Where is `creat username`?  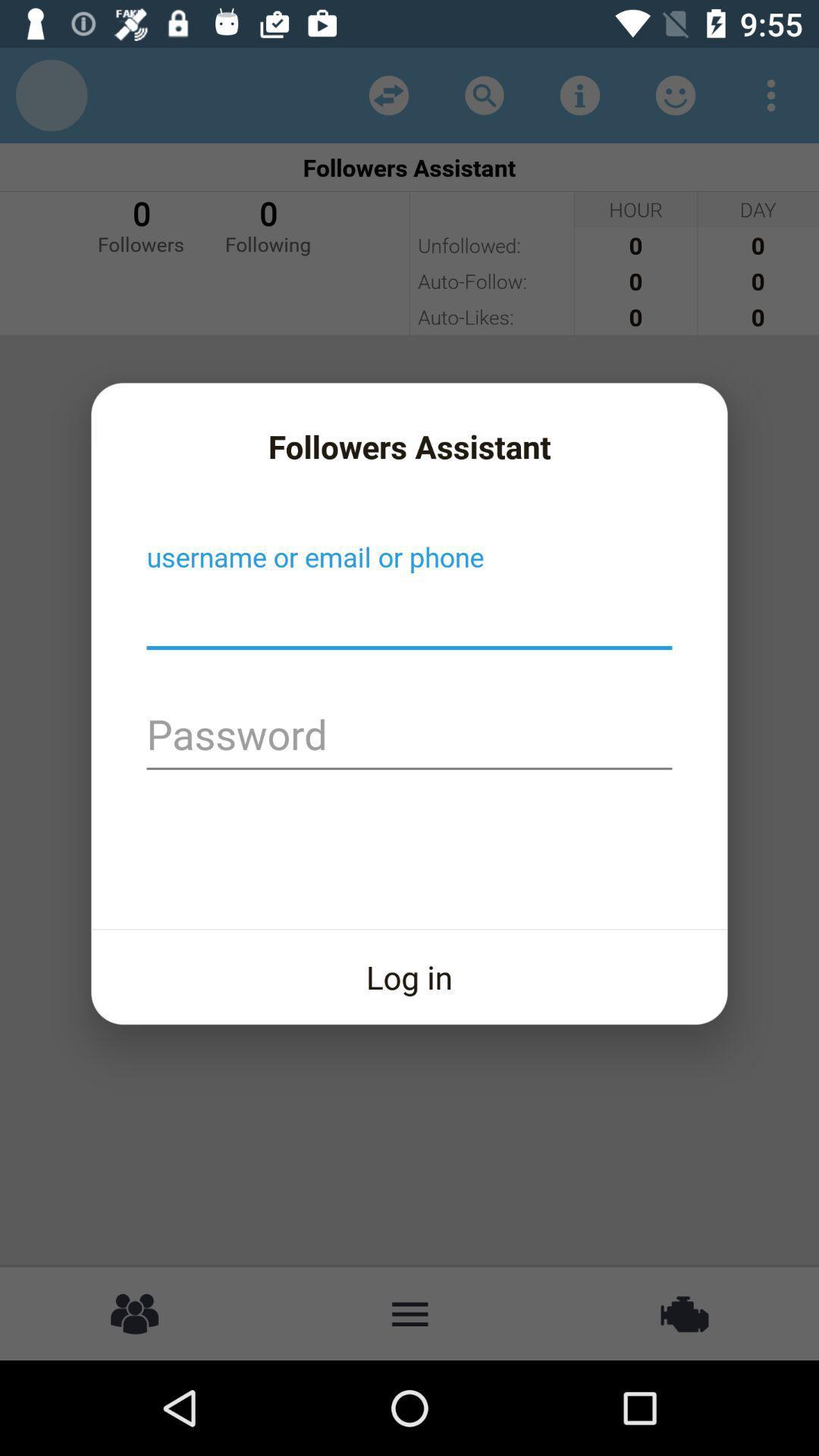
creat username is located at coordinates (409, 615).